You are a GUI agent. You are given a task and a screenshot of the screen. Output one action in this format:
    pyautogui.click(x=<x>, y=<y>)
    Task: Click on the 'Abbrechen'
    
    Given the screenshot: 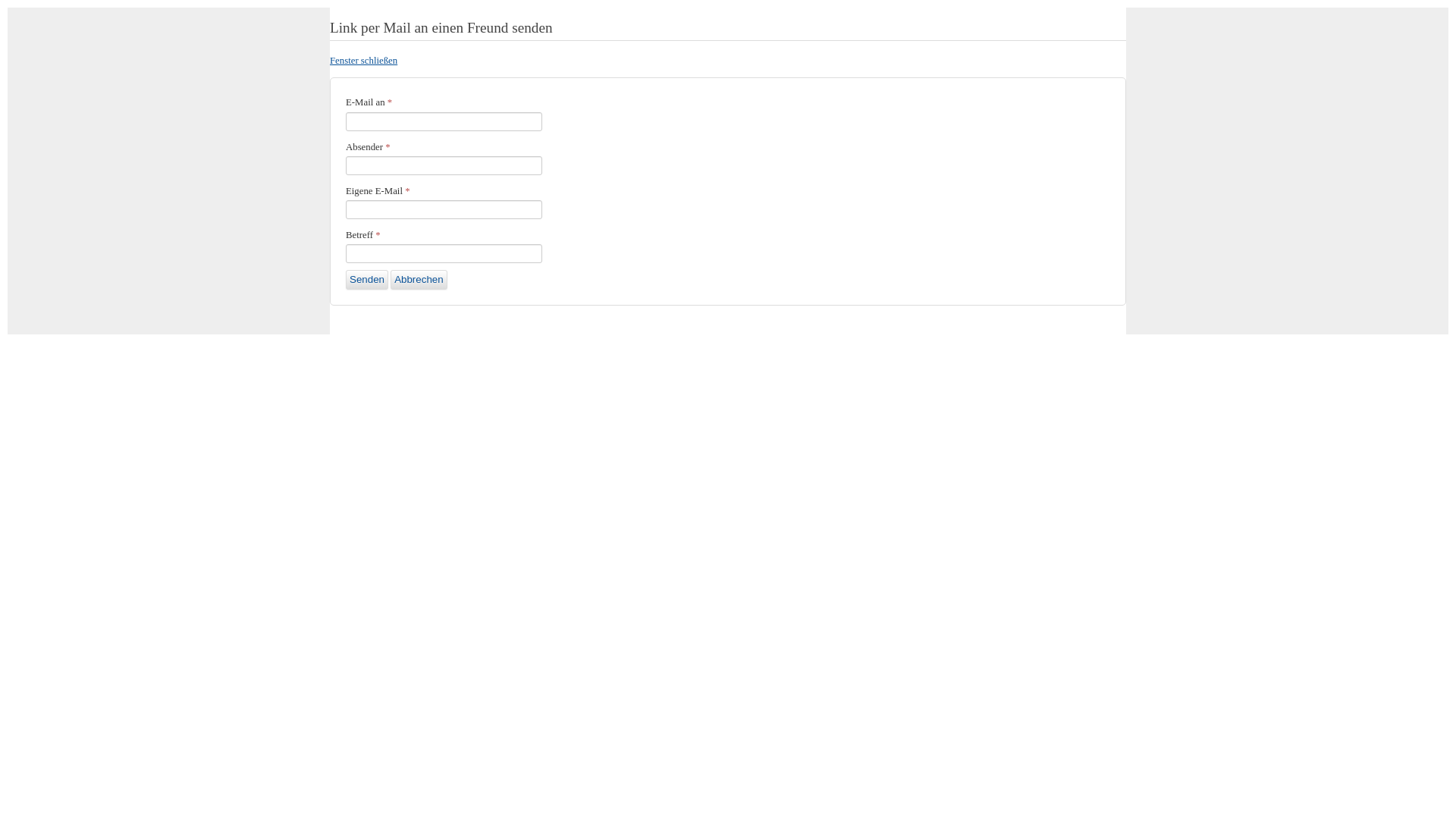 What is the action you would take?
    pyautogui.click(x=419, y=280)
    